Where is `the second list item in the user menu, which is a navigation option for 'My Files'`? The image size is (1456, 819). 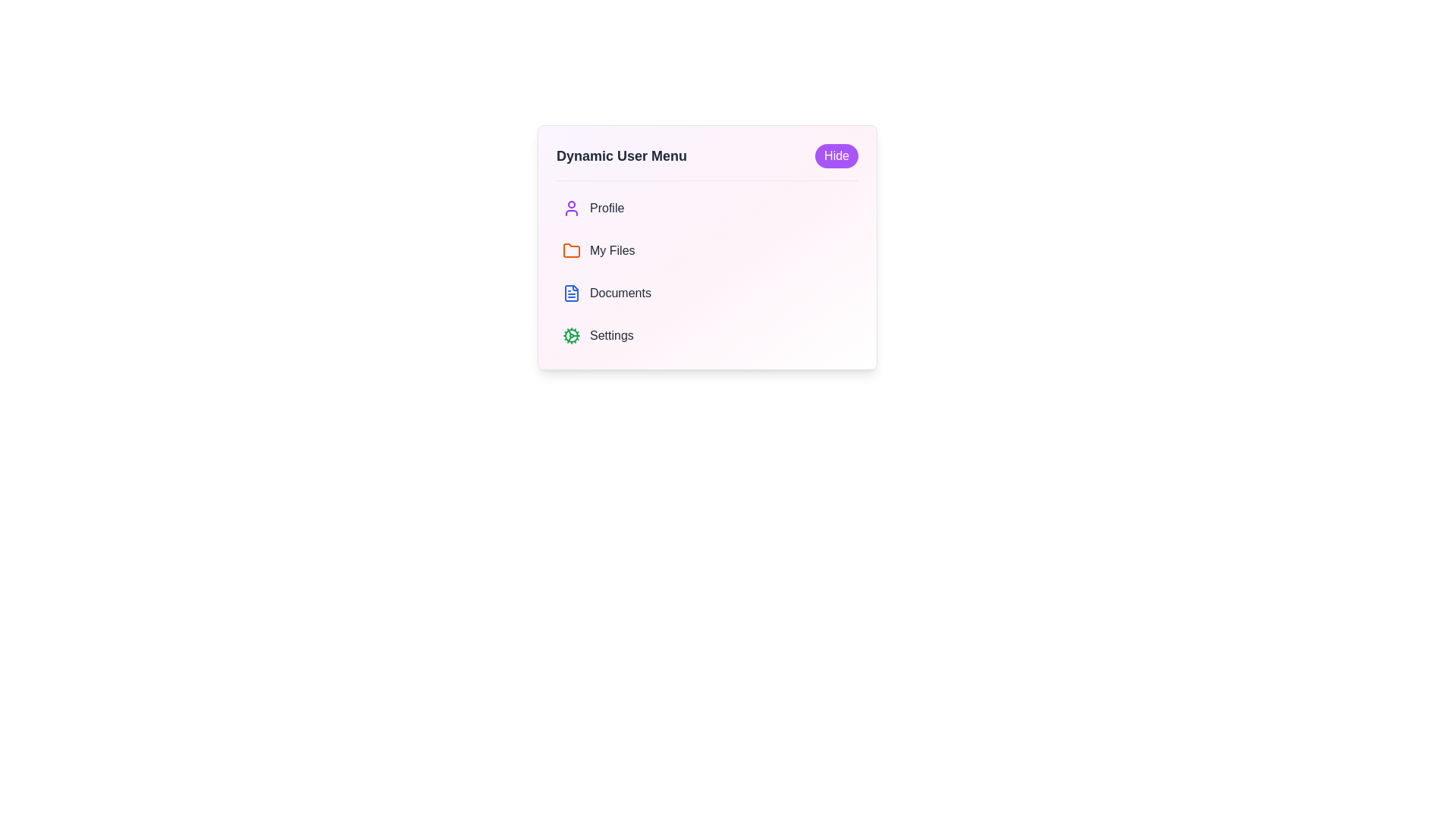 the second list item in the user menu, which is a navigation option for 'My Files' is located at coordinates (706, 250).